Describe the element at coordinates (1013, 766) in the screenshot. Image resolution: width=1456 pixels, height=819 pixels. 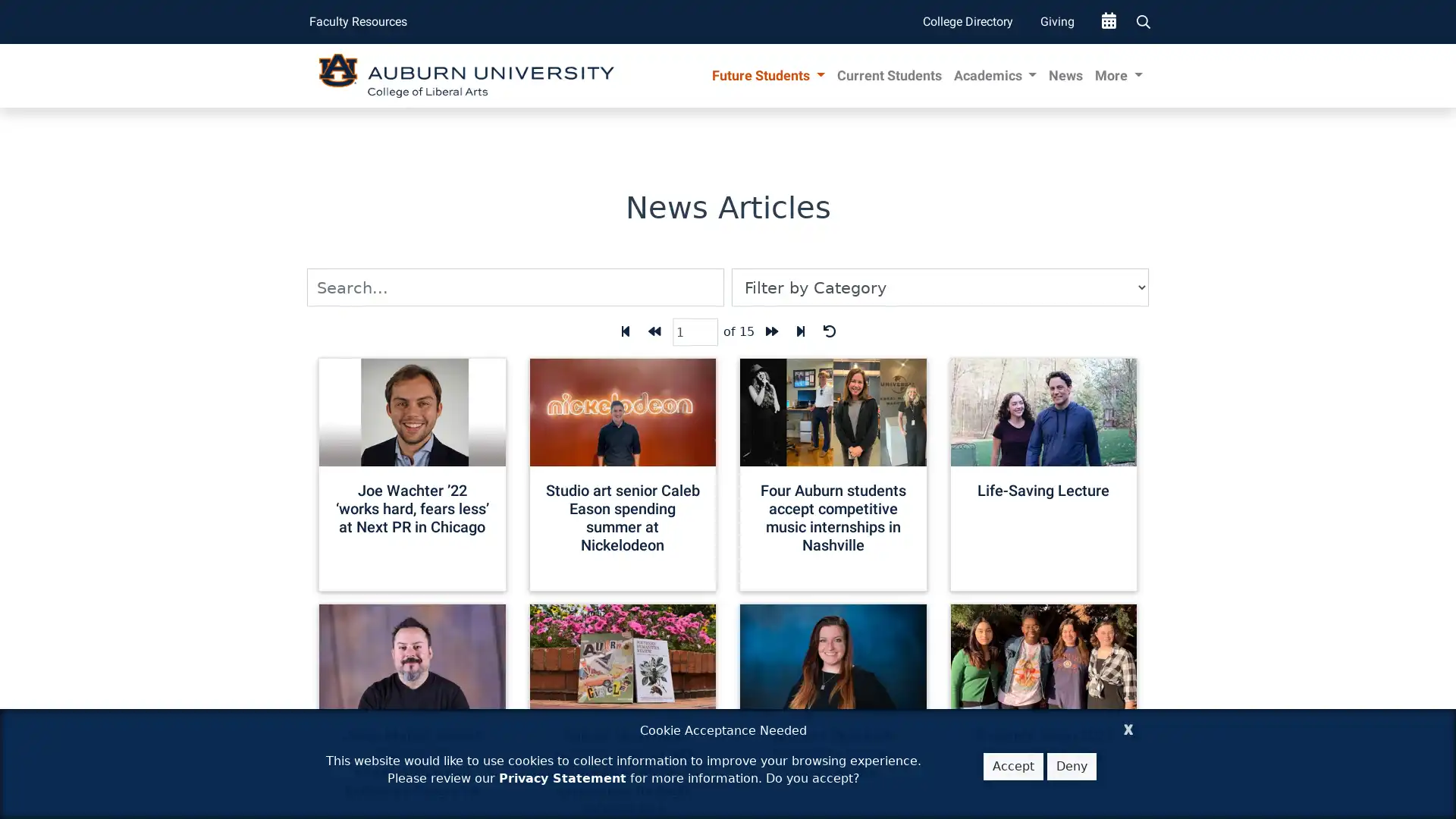
I see `Accept` at that location.